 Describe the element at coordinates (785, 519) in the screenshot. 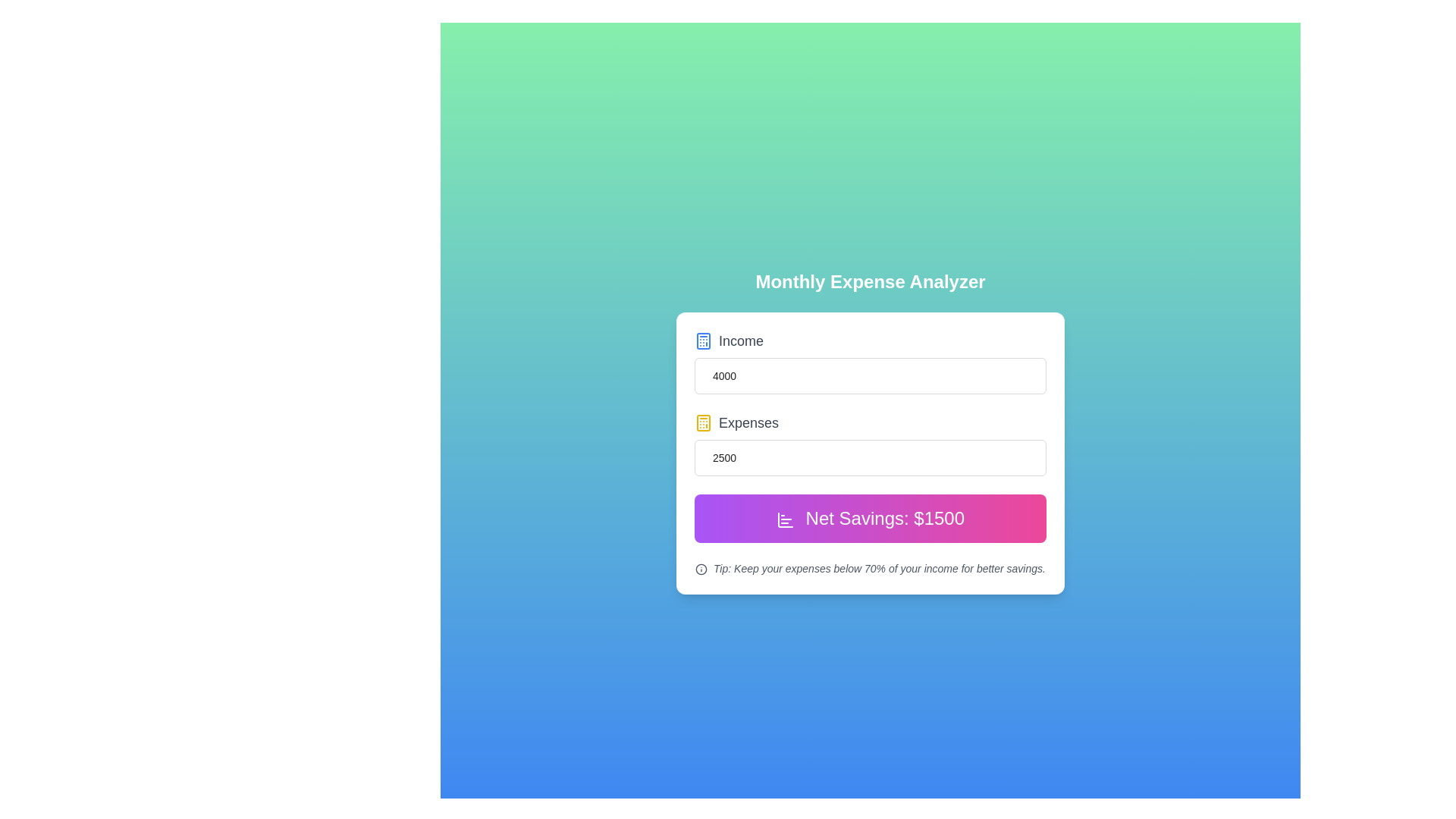

I see `the graphical icon representing the savings chart, which is located to the left of the 'Net Savings' label on the purple button` at that location.